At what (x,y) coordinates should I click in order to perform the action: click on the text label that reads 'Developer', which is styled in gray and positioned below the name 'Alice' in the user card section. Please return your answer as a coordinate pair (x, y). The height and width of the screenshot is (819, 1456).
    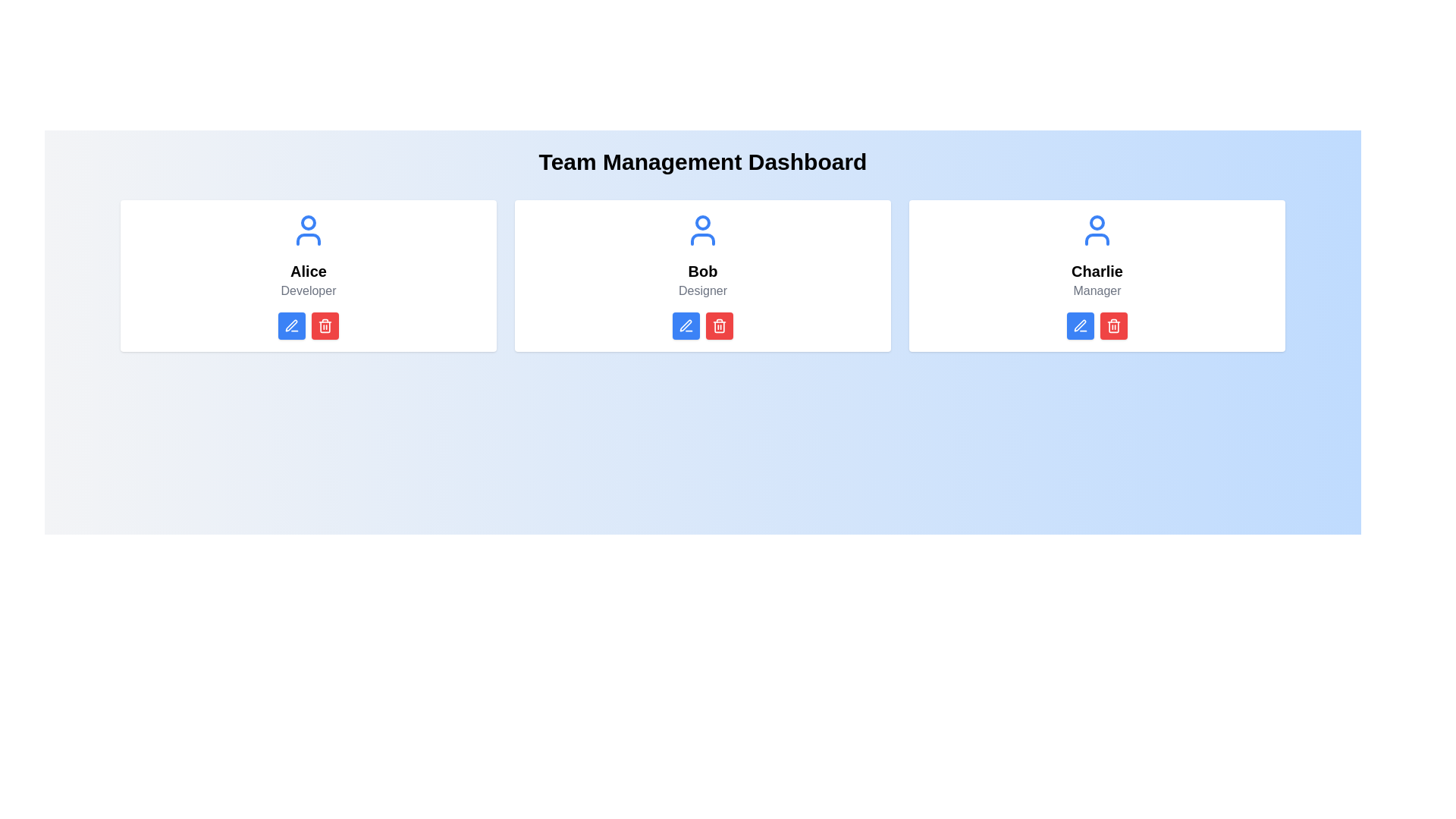
    Looking at the image, I should click on (308, 291).